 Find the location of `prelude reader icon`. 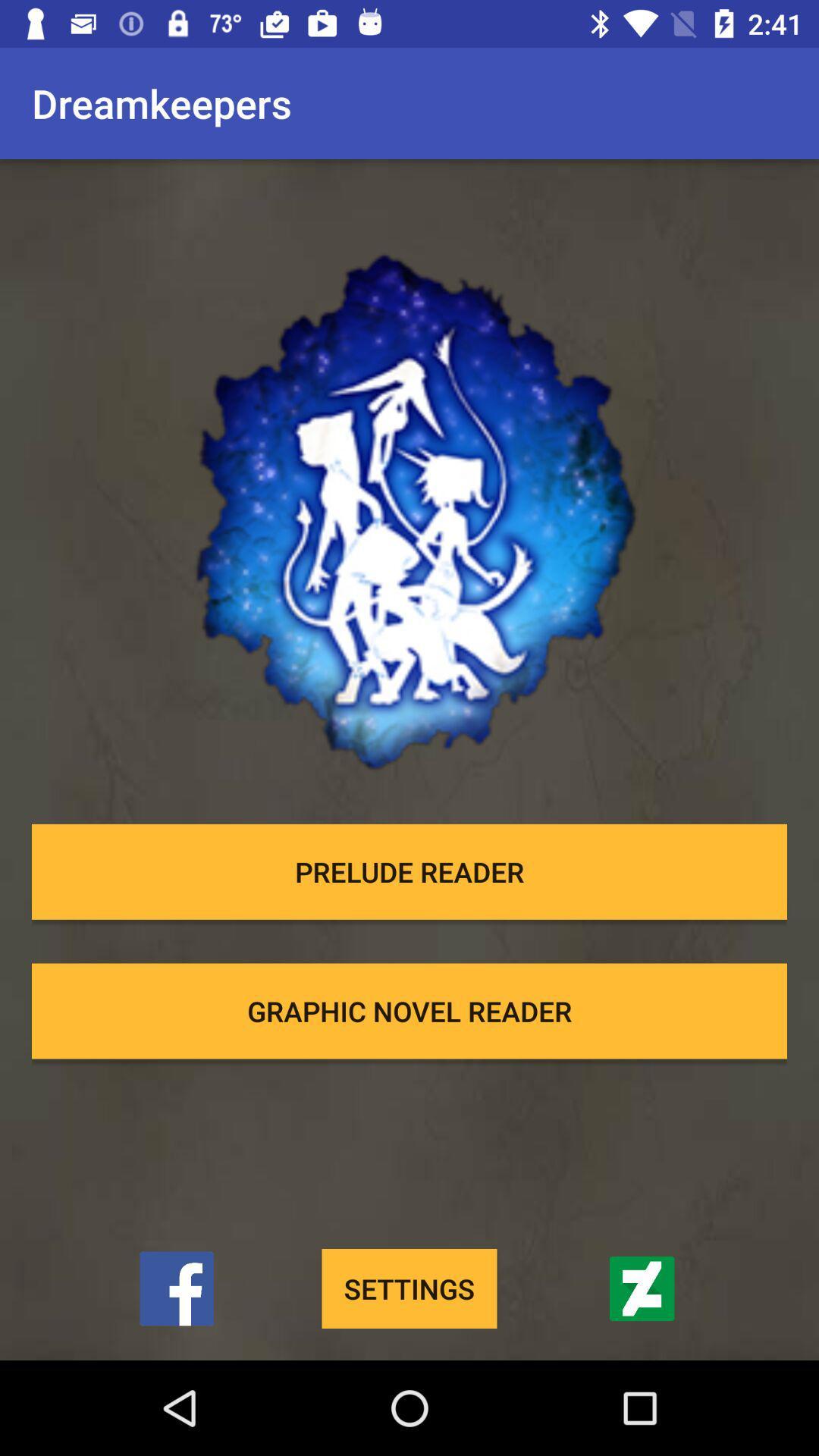

prelude reader icon is located at coordinates (409, 871).